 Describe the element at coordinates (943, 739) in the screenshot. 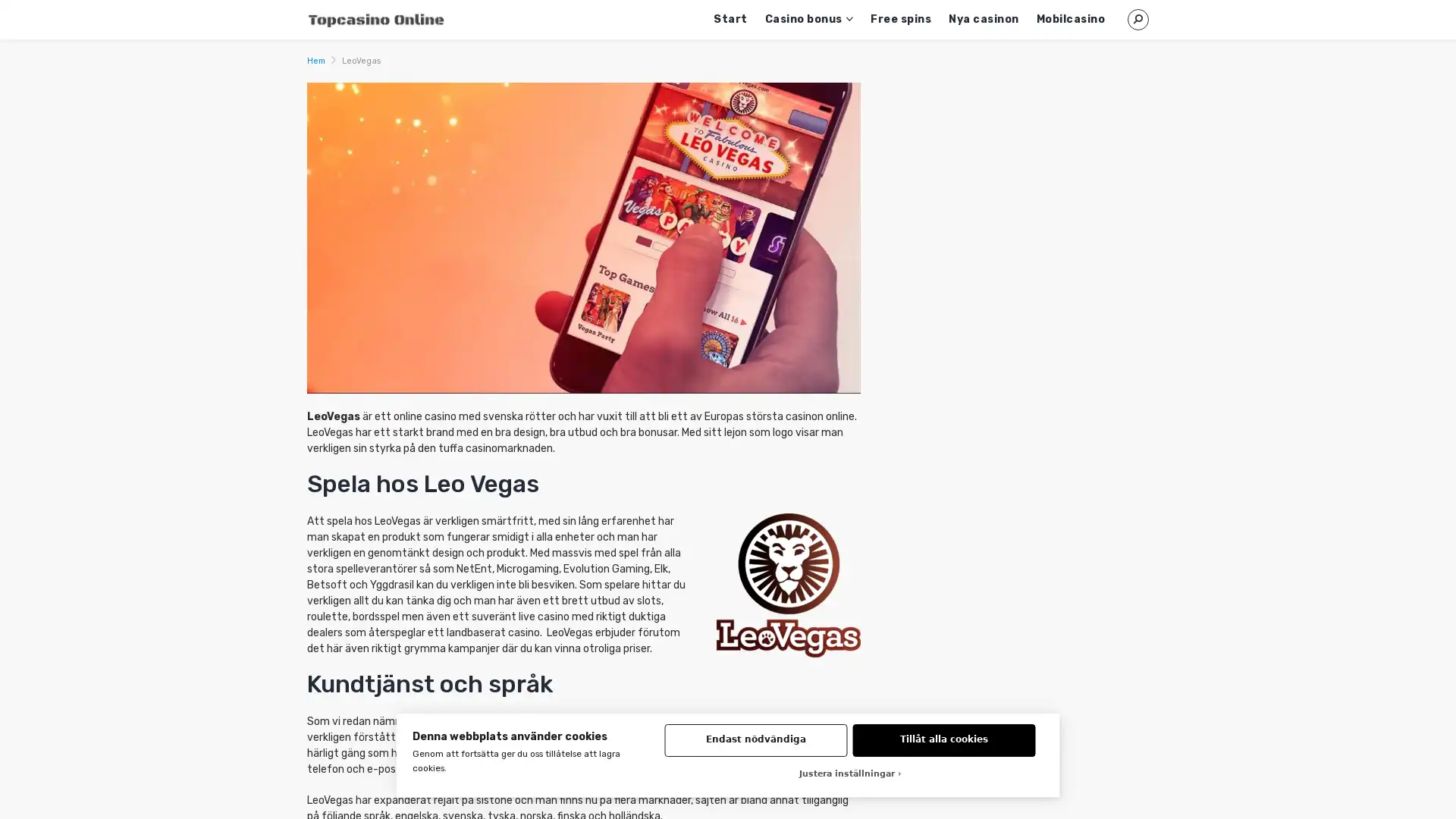

I see `Tillat alla cookies` at that location.